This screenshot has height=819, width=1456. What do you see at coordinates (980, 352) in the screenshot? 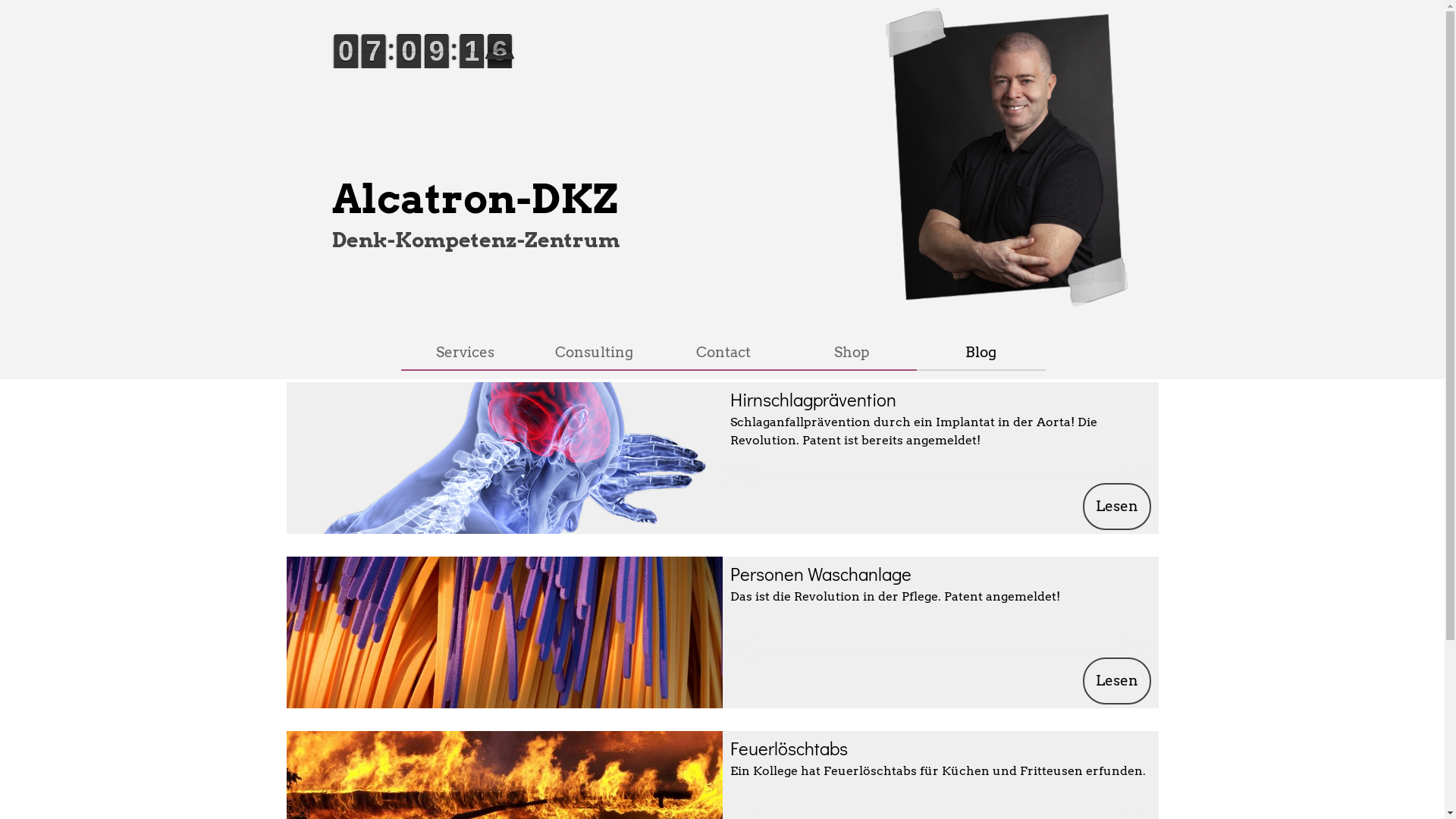
I see `'Blog'` at bounding box center [980, 352].